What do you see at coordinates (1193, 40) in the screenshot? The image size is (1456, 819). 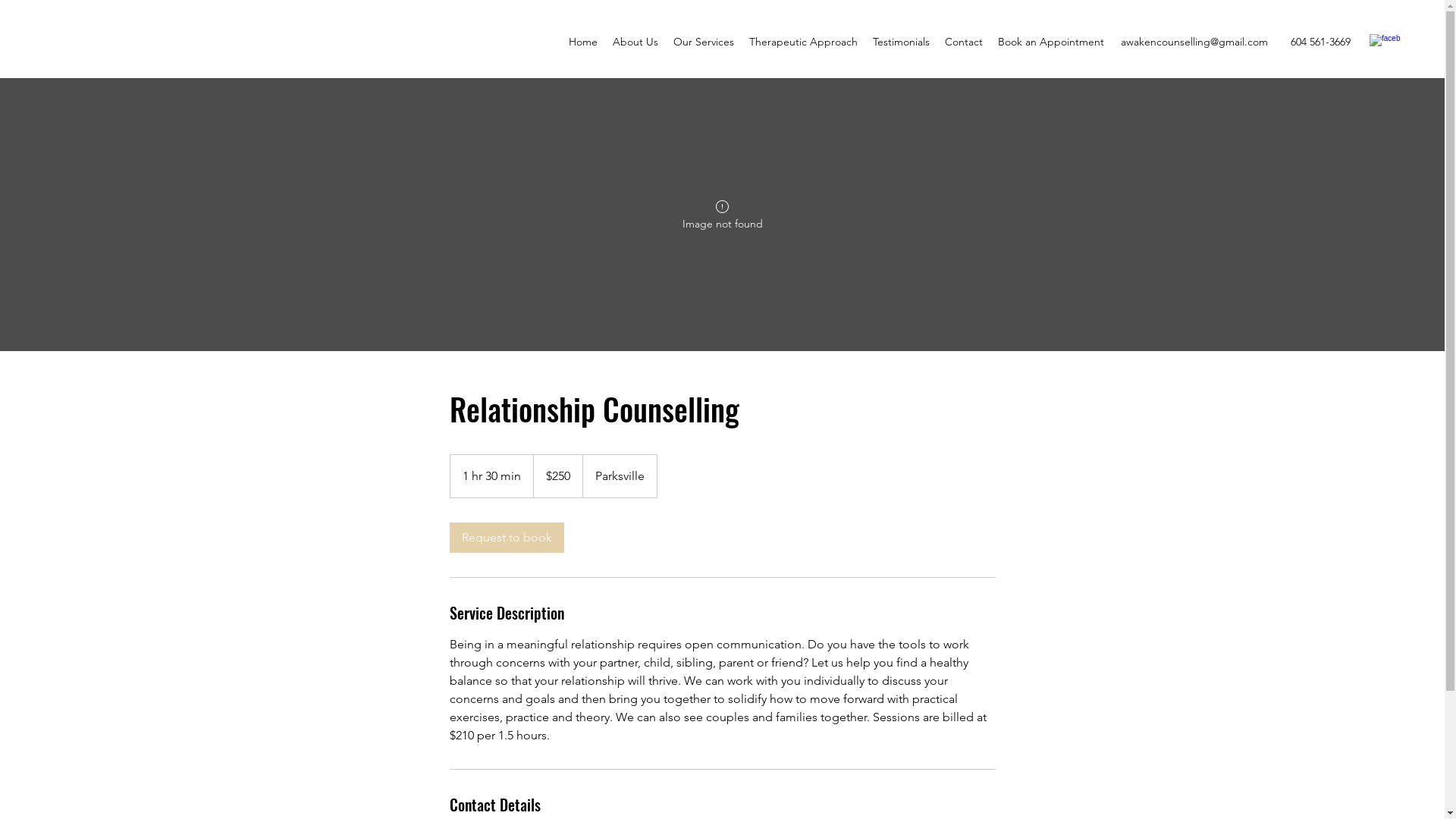 I see `'awakencounselling@gmail.com'` at bounding box center [1193, 40].